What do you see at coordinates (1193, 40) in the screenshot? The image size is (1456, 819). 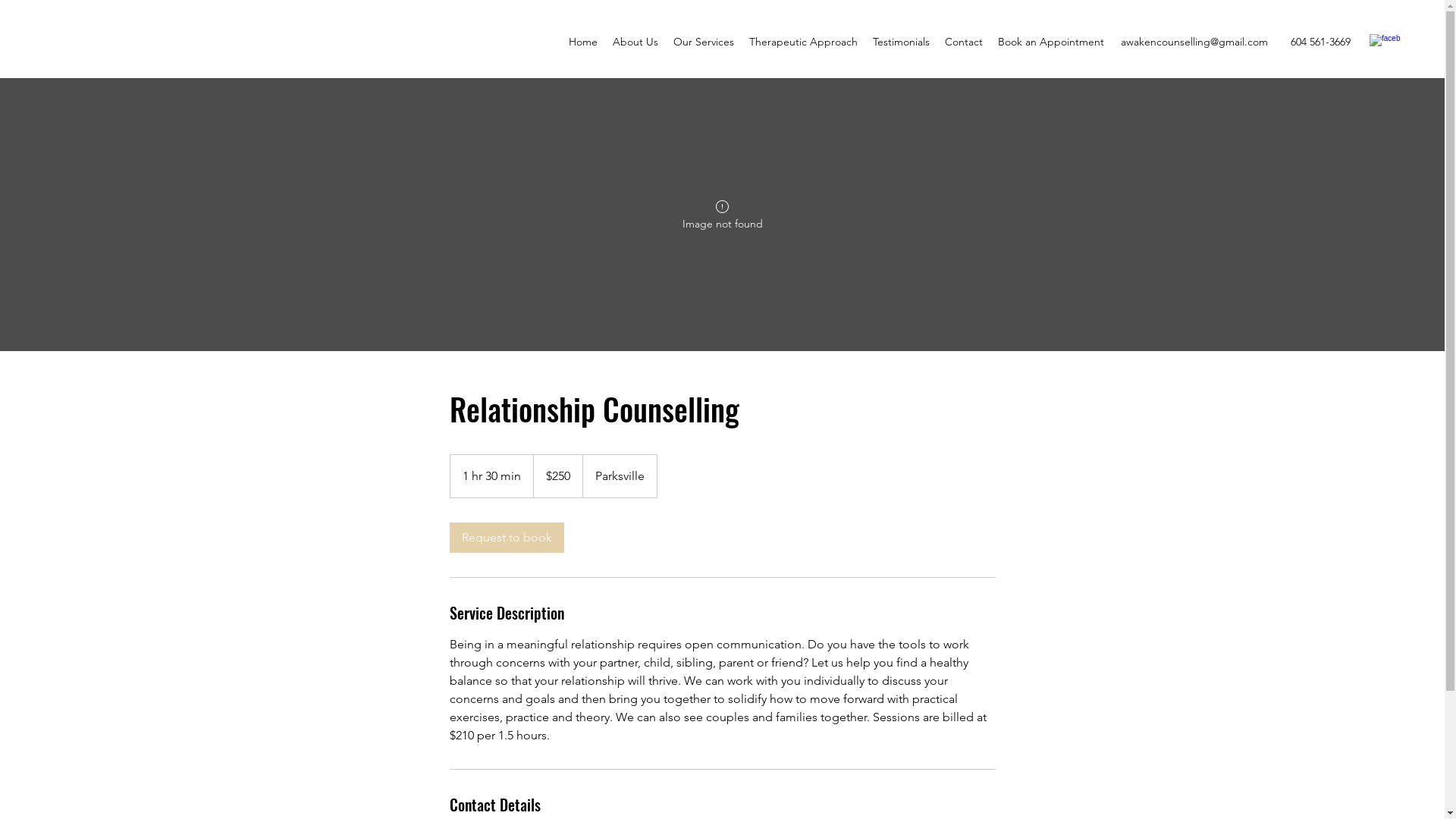 I see `'awakencounselling@gmail.com'` at bounding box center [1193, 40].